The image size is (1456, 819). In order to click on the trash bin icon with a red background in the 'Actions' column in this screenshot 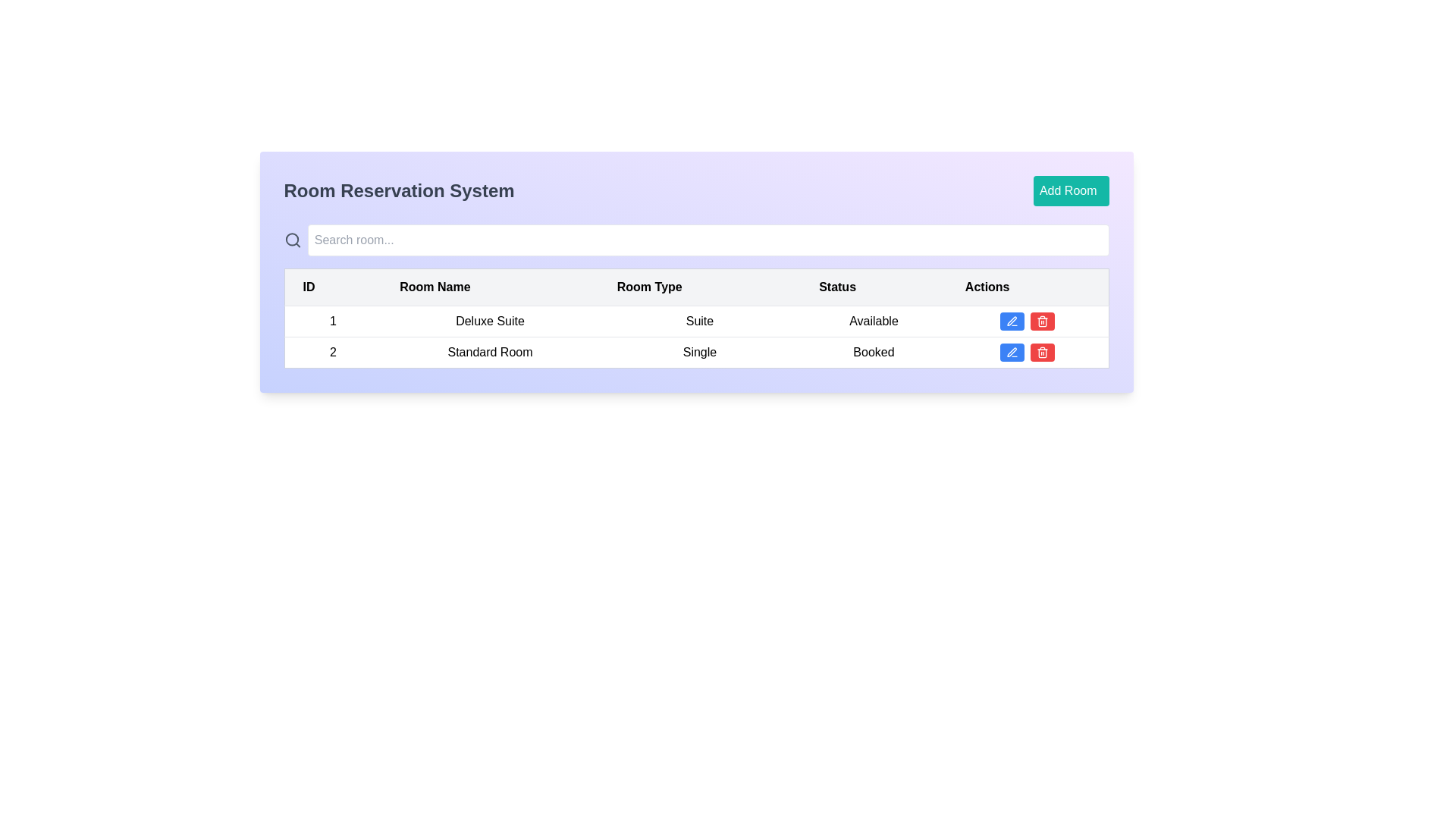, I will do `click(1042, 353)`.